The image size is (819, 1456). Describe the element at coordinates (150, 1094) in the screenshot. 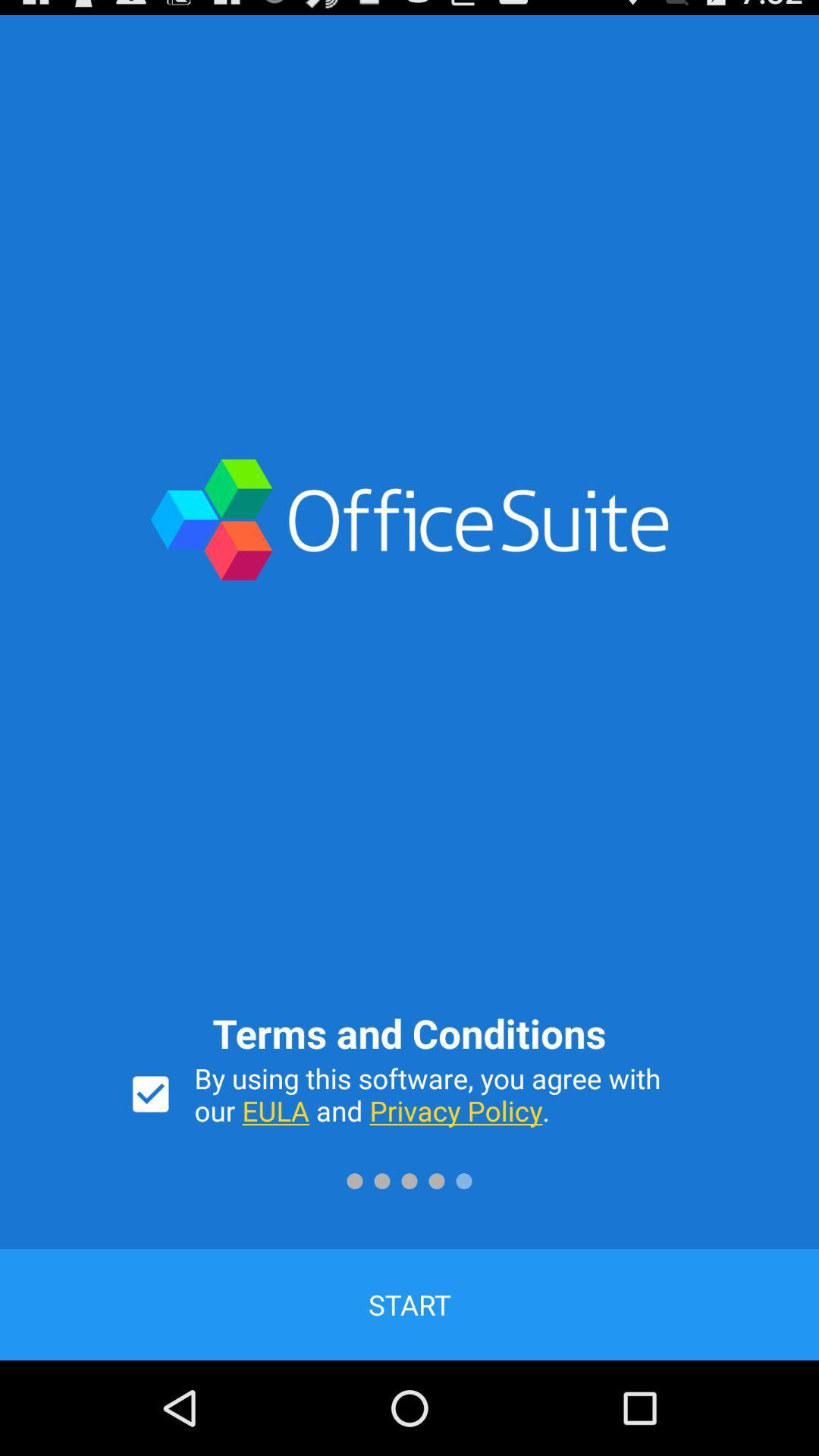

I see `the icon at the bottom left corner` at that location.